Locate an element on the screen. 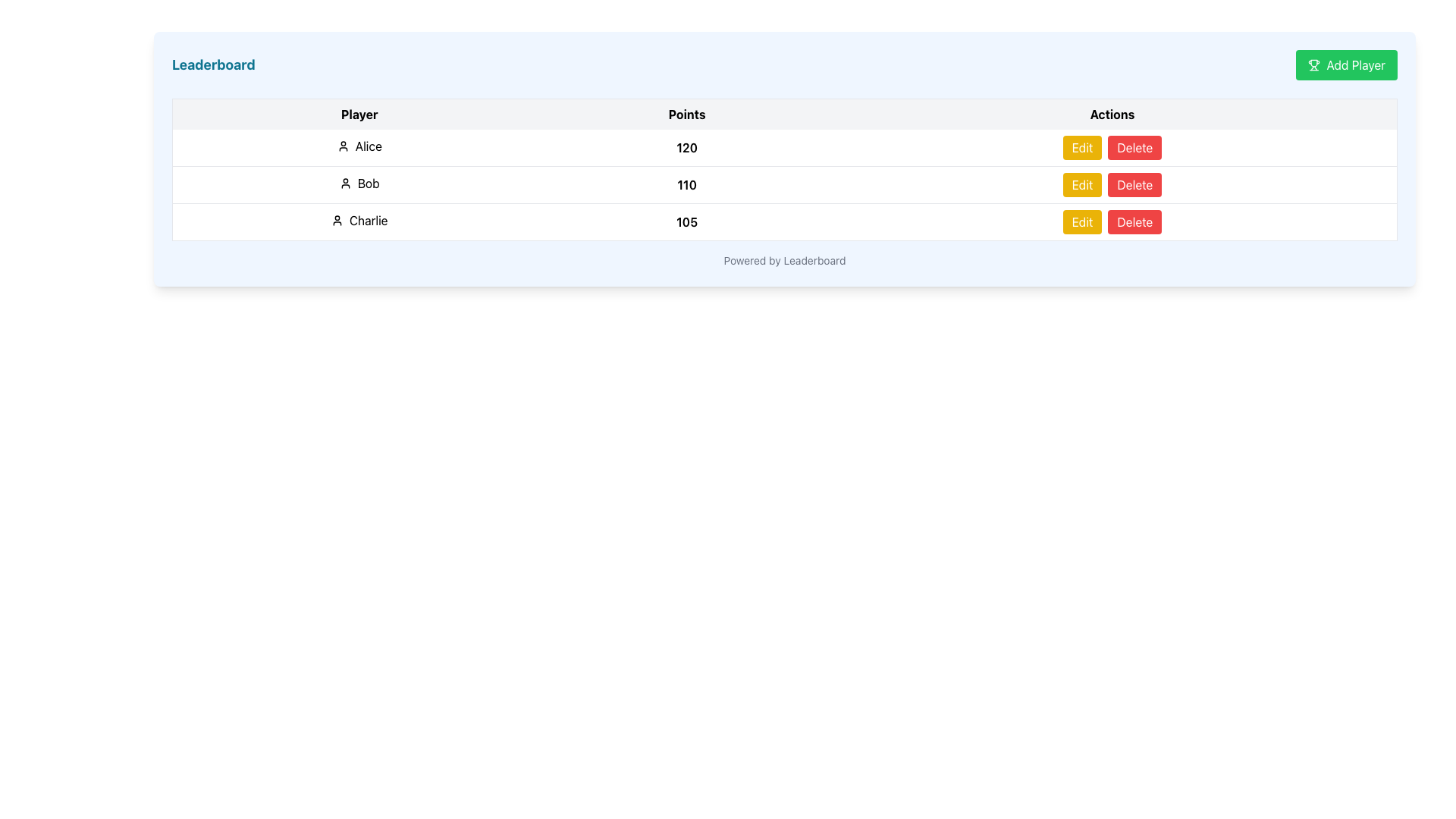  the rectangular yellow 'Edit' button with white text centered on it, located in the first row under the 'Actions' column of the table layout is located at coordinates (1081, 148).